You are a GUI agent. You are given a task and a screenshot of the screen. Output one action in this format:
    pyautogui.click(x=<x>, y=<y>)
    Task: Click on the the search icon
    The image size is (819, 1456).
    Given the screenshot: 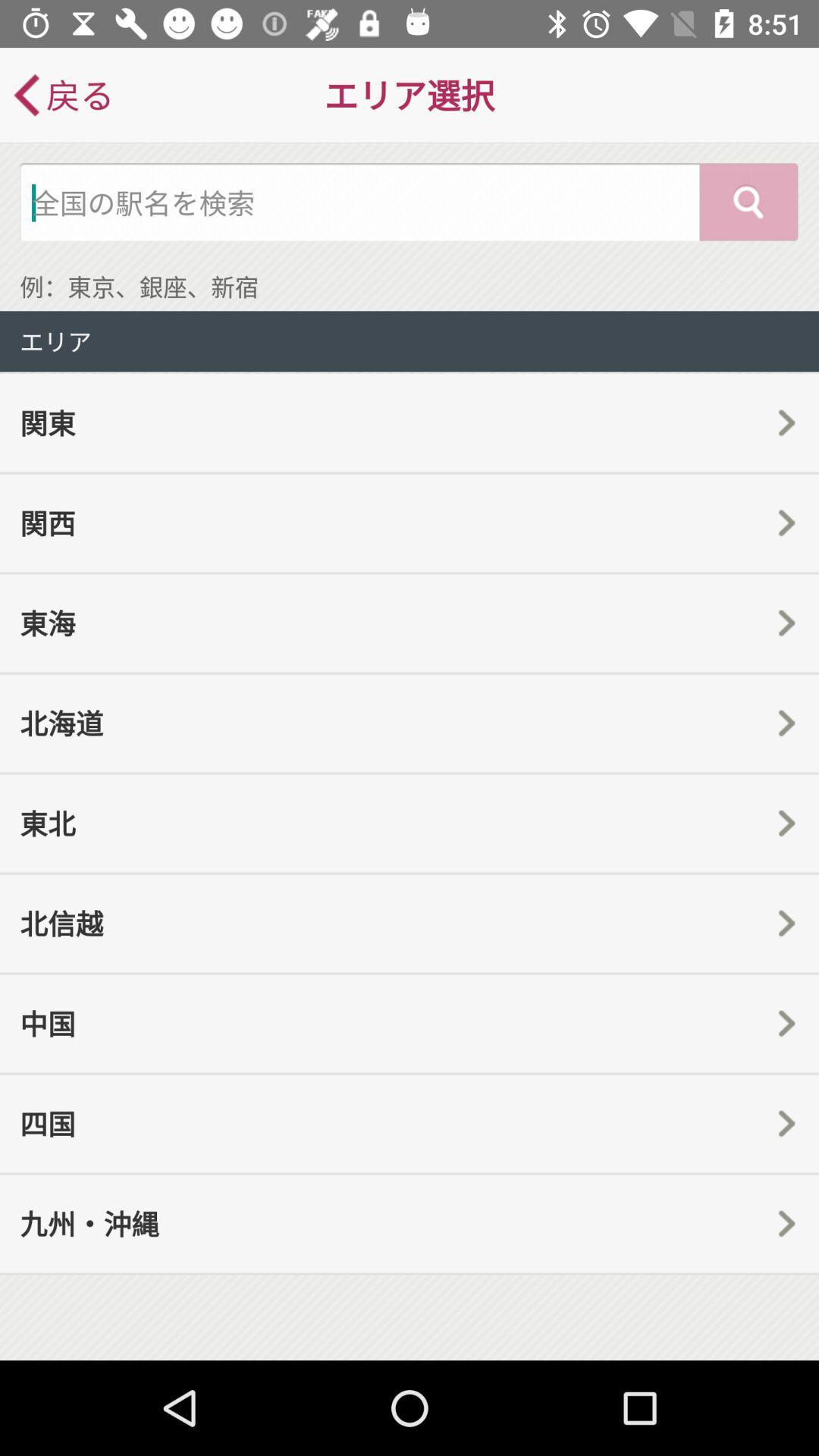 What is the action you would take?
    pyautogui.click(x=748, y=202)
    